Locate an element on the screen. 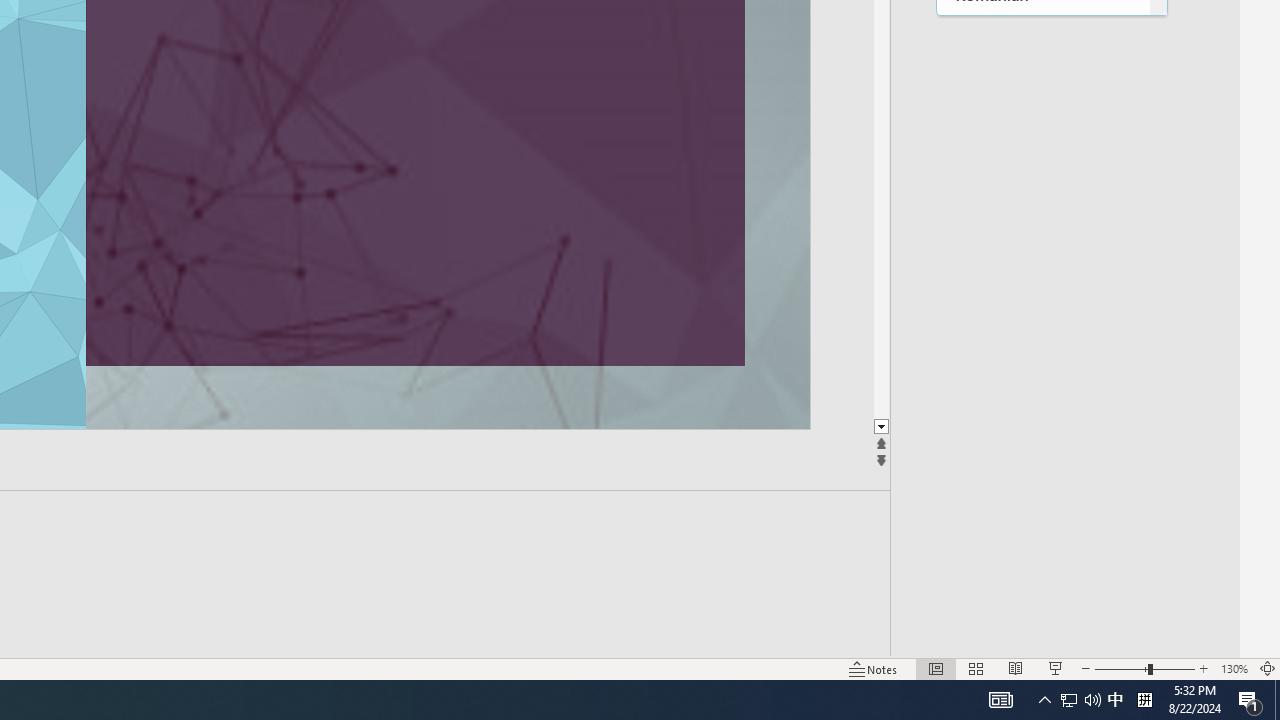  'Rundi' is located at coordinates (1042, 34).